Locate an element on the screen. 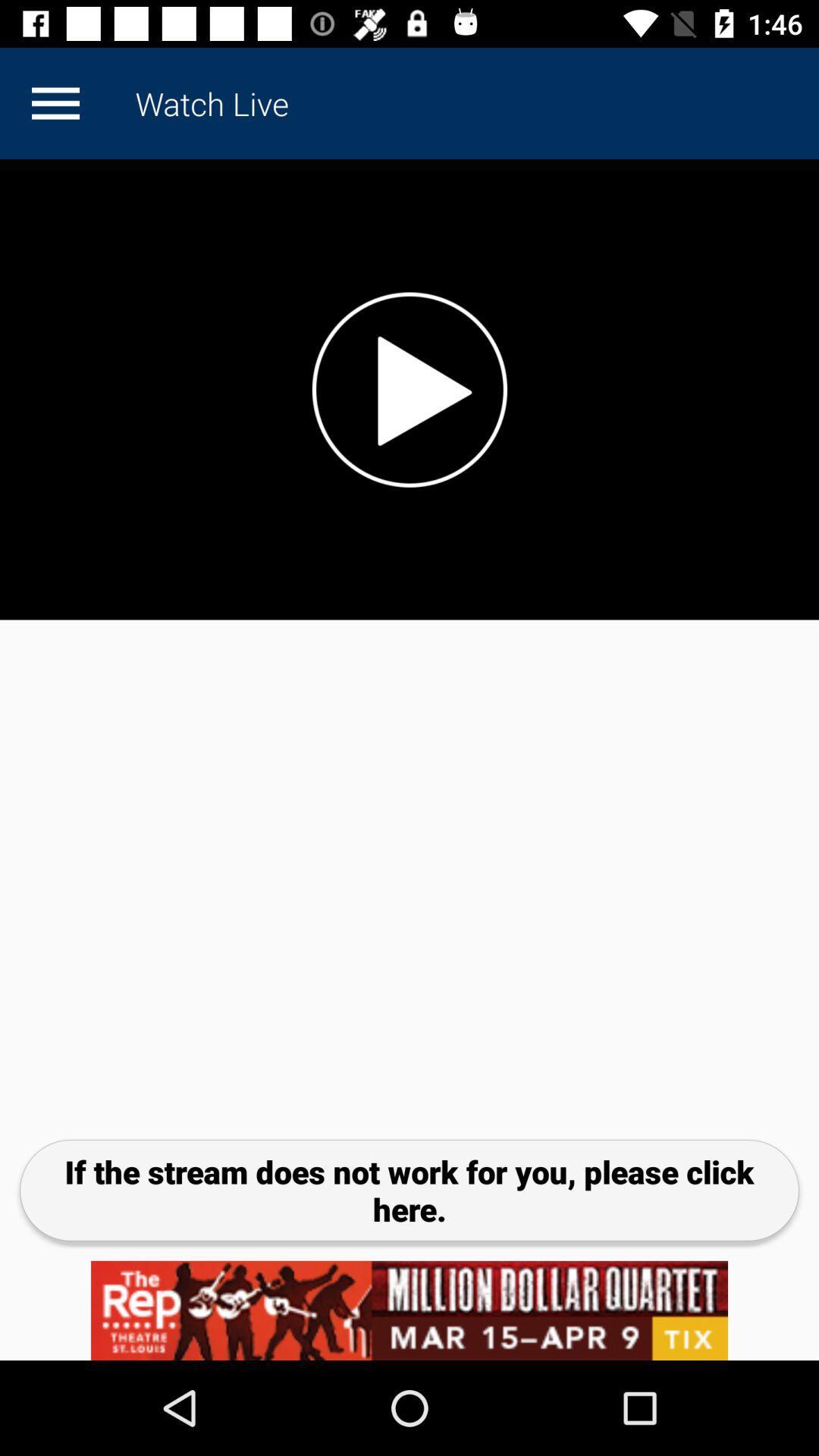 The height and width of the screenshot is (1456, 819). video is located at coordinates (409, 389).